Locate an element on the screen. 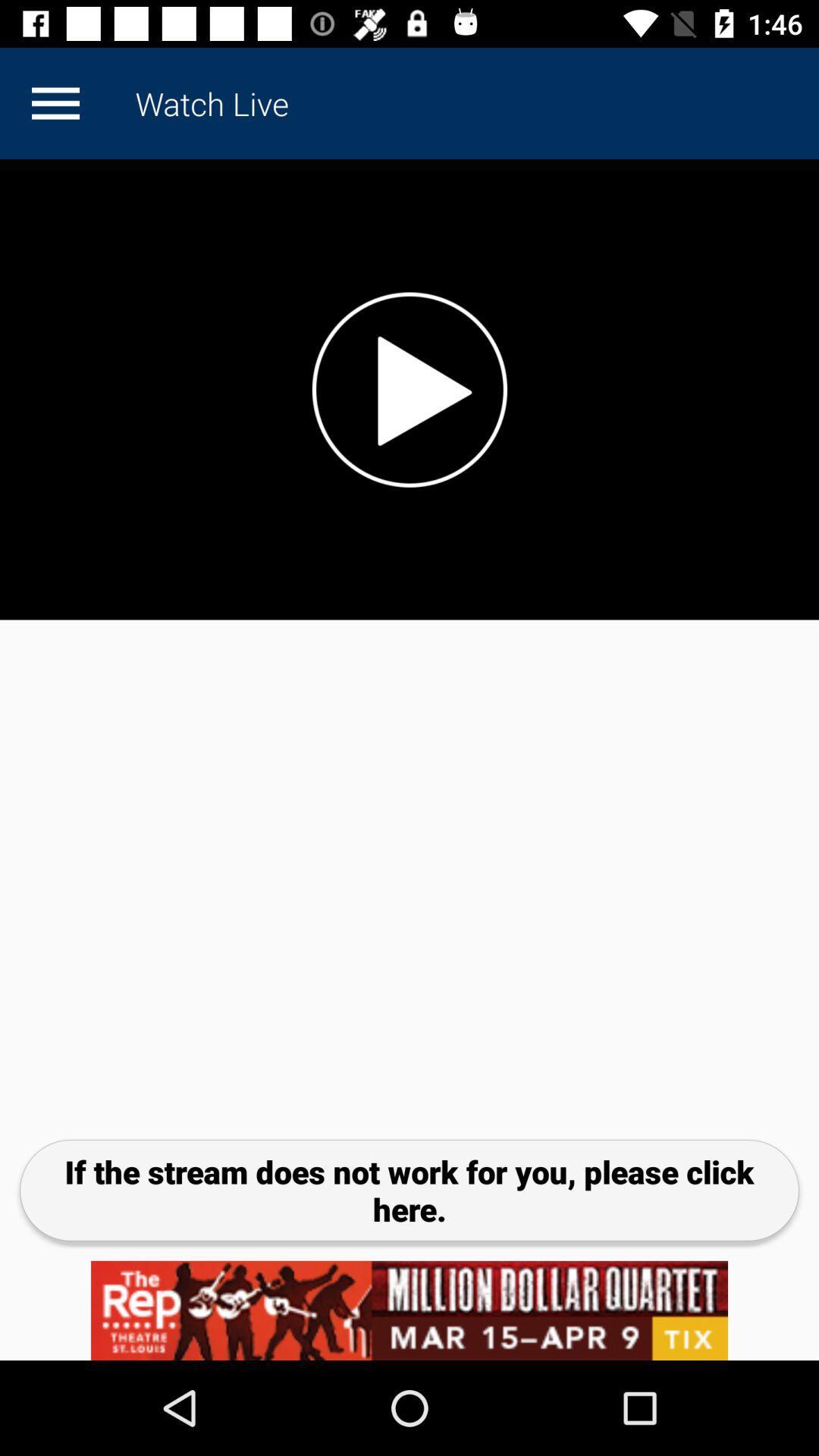 The height and width of the screenshot is (1456, 819). video is located at coordinates (409, 389).